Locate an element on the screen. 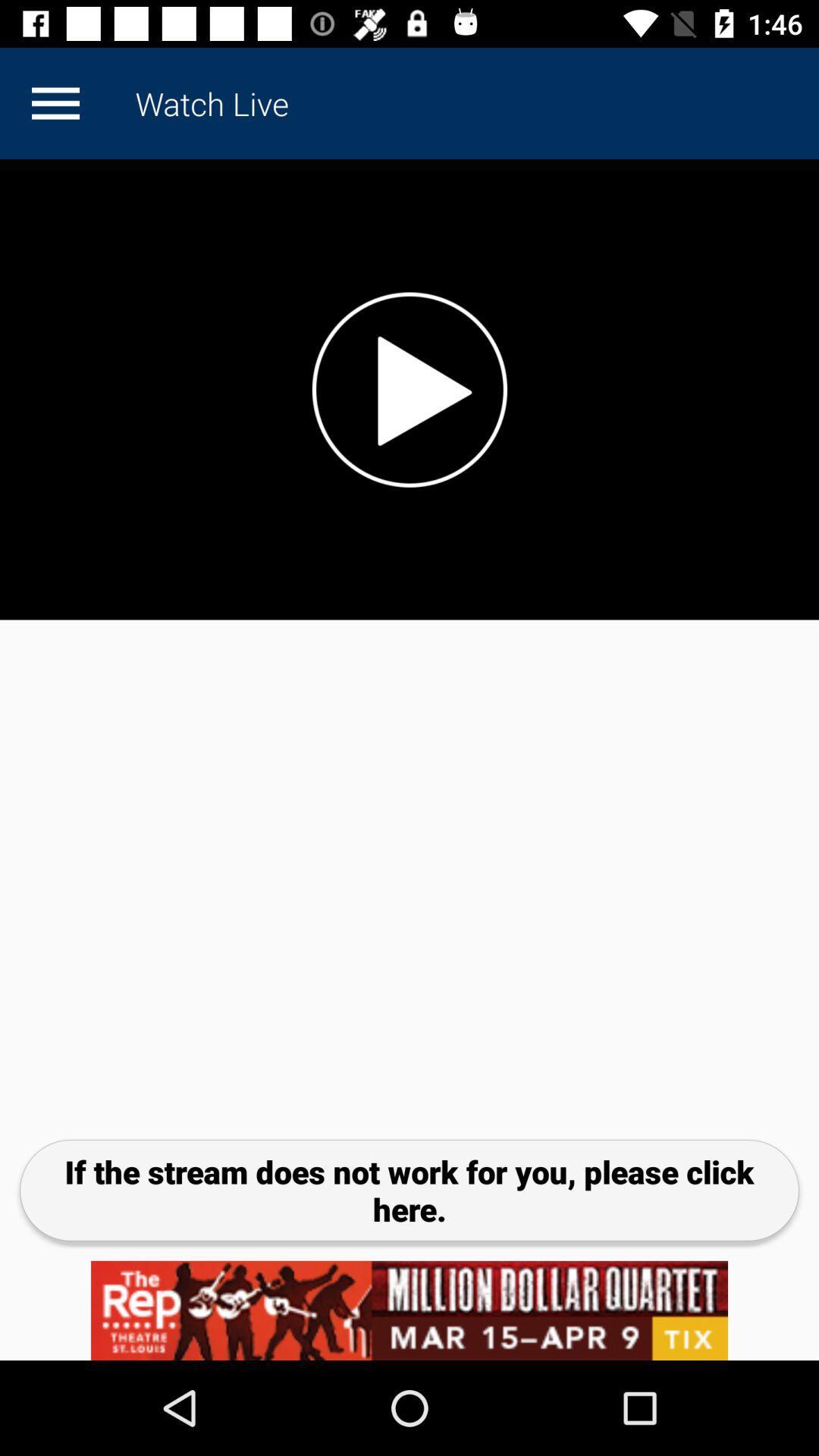 The height and width of the screenshot is (1456, 819). video is located at coordinates (409, 389).